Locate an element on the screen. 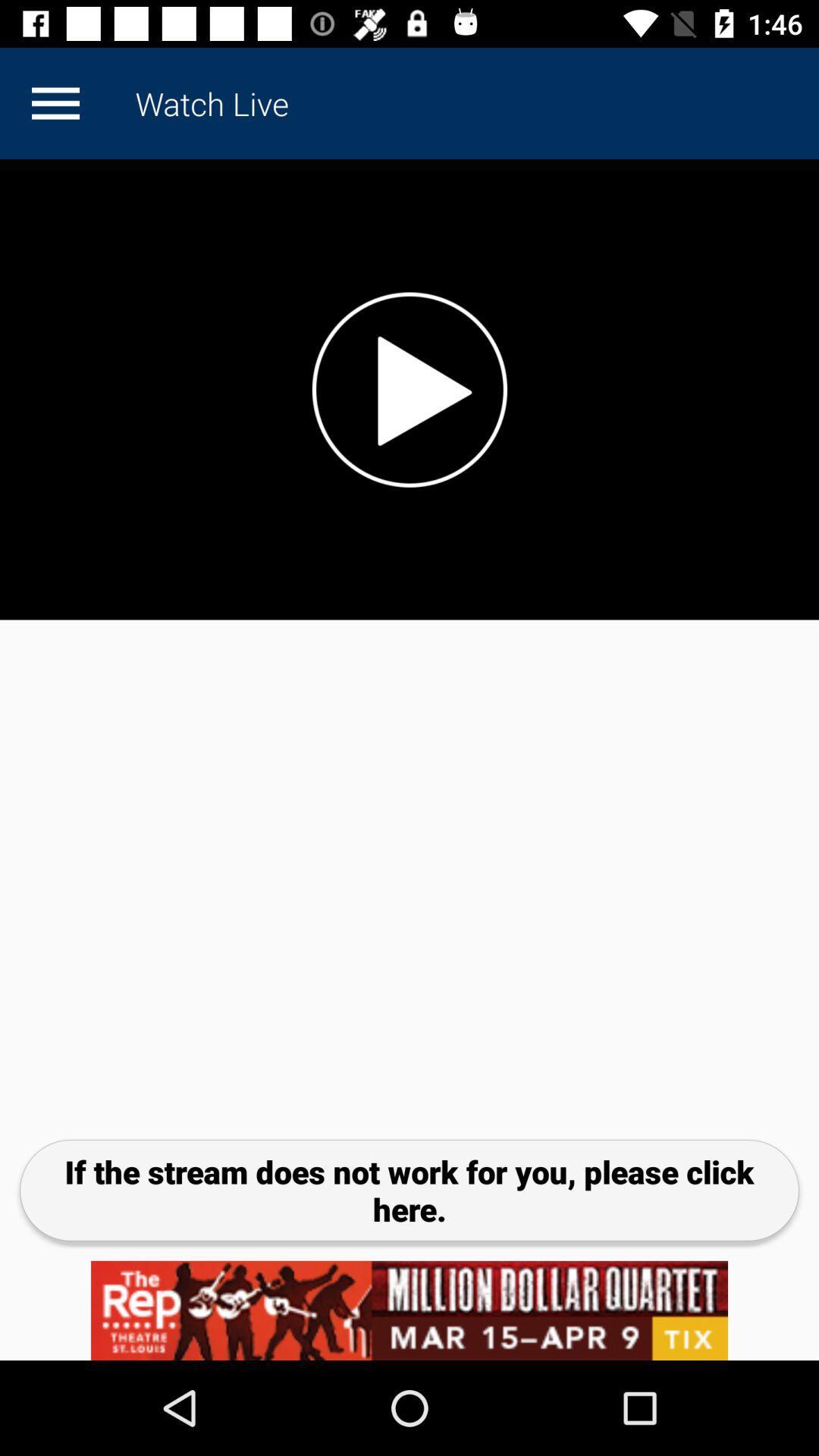 The height and width of the screenshot is (1456, 819). video is located at coordinates (409, 389).